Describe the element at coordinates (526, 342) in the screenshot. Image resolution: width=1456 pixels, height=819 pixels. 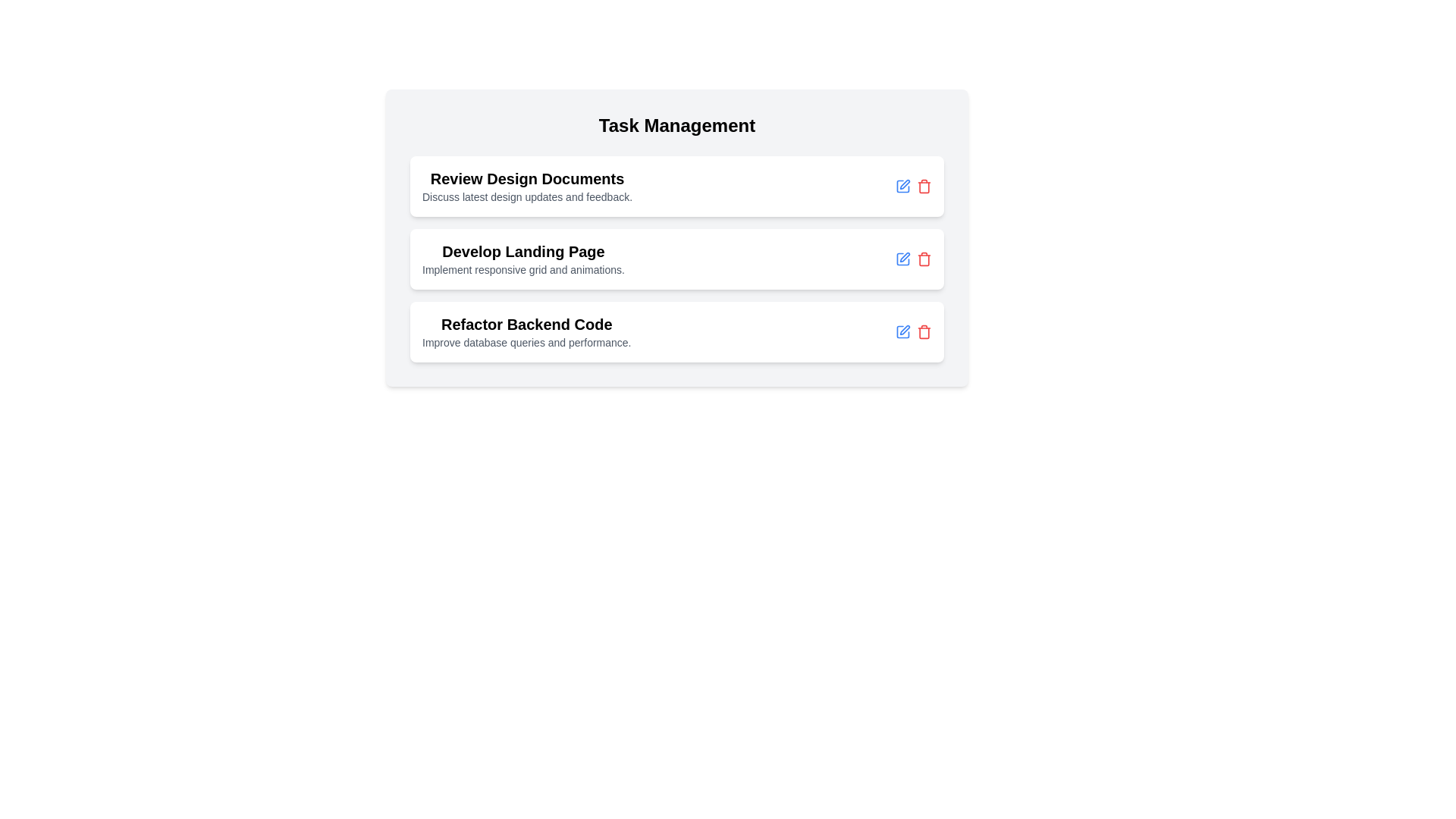
I see `the static text element that provides details about the task 'Refactor Backend Code', located beneath the task title in the third module of a vertically-stacked list` at that location.